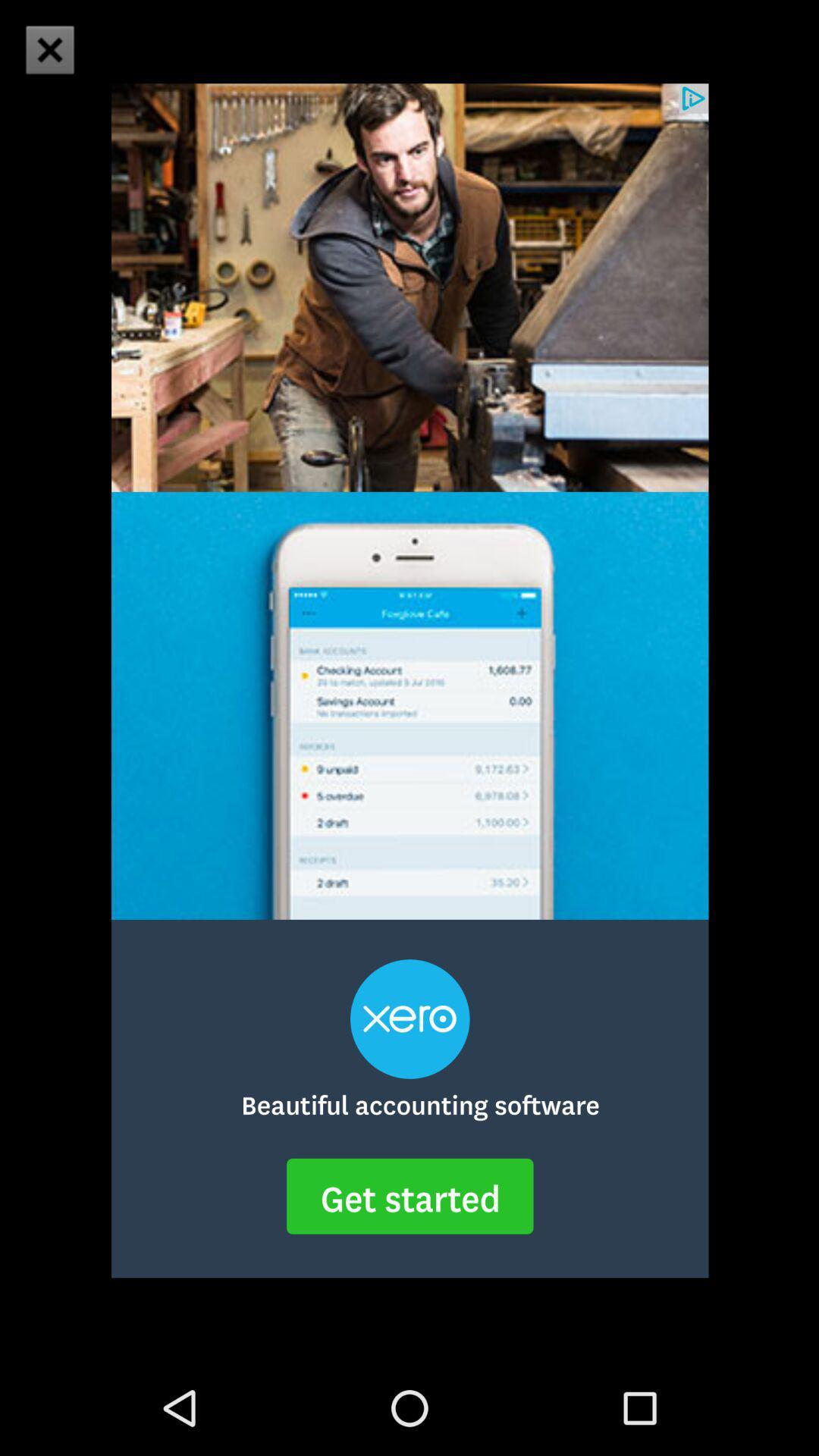 Image resolution: width=819 pixels, height=1456 pixels. Describe the element at coordinates (49, 53) in the screenshot. I see `the close icon` at that location.